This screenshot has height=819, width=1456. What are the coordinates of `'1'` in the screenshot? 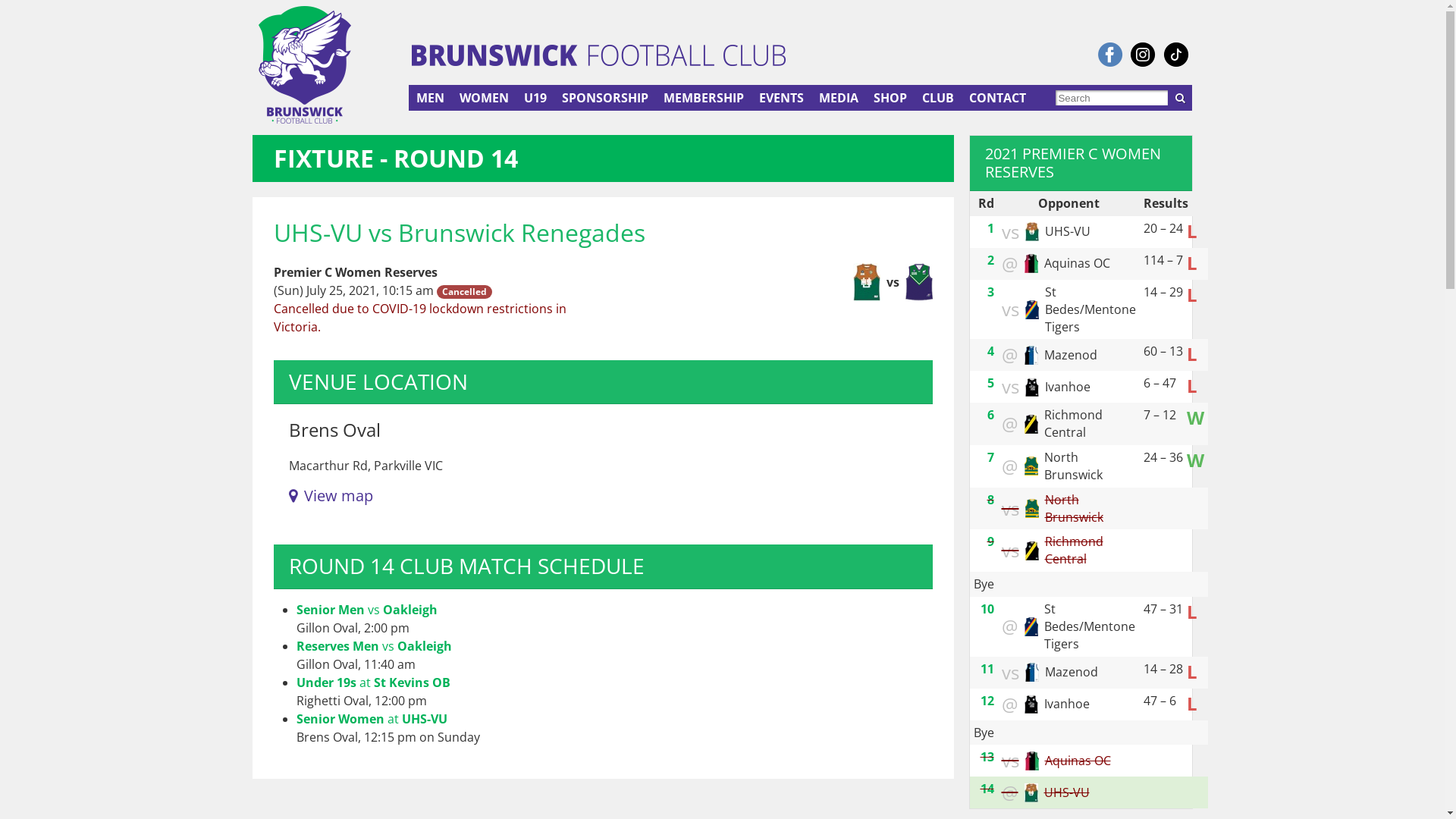 It's located at (990, 227).